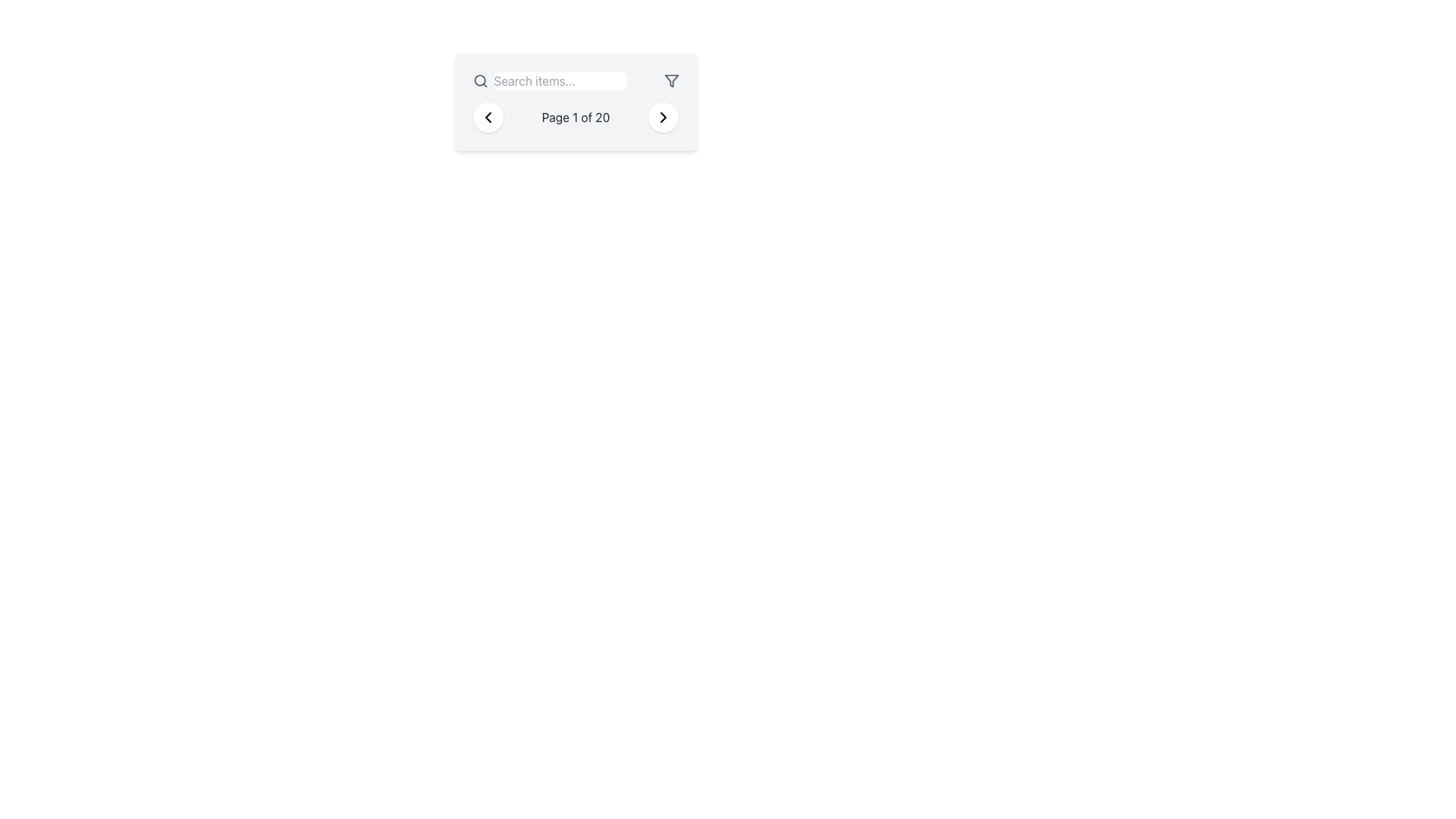  What do you see at coordinates (479, 81) in the screenshot?
I see `the search icon located at the top-left area of the search bar to activate potential hover effects` at bounding box center [479, 81].